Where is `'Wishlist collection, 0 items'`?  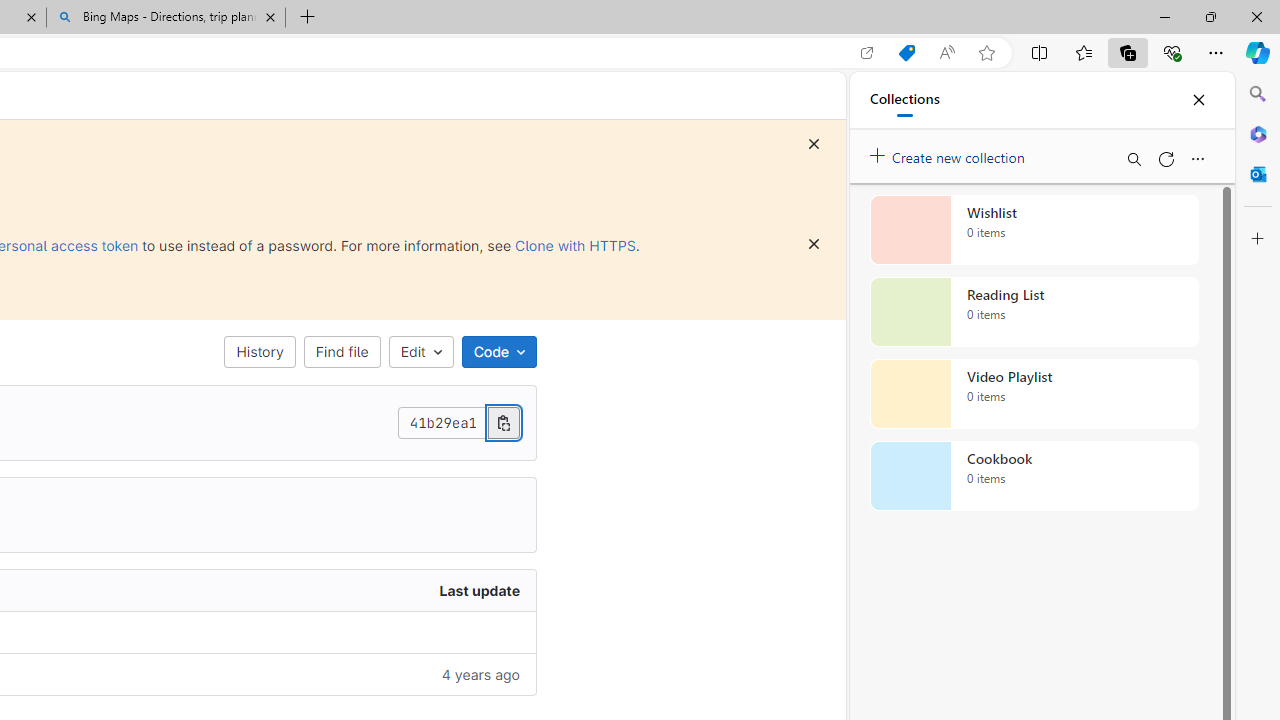
'Wishlist collection, 0 items' is located at coordinates (1034, 229).